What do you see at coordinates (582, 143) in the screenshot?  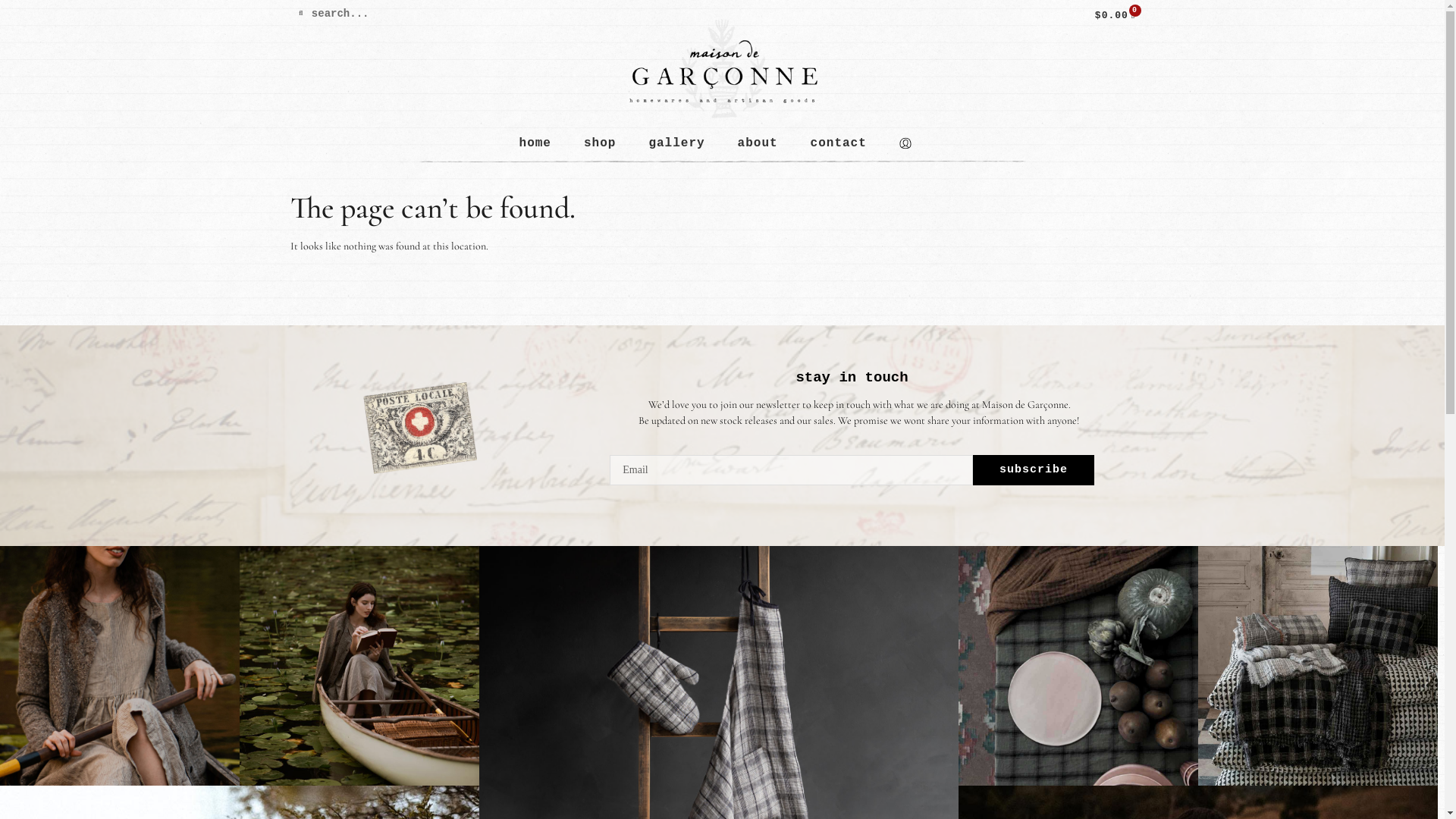 I see `'shop'` at bounding box center [582, 143].